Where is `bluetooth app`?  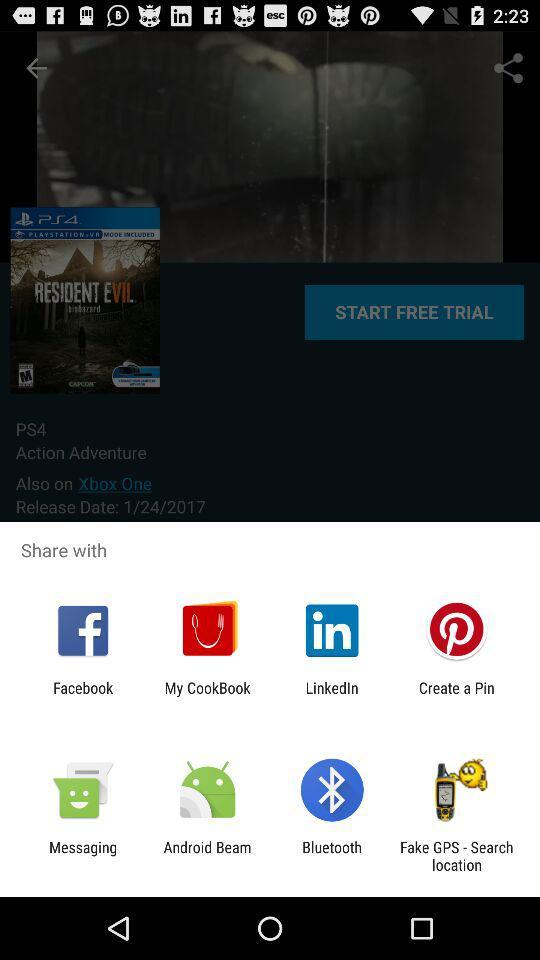 bluetooth app is located at coordinates (332, 855).